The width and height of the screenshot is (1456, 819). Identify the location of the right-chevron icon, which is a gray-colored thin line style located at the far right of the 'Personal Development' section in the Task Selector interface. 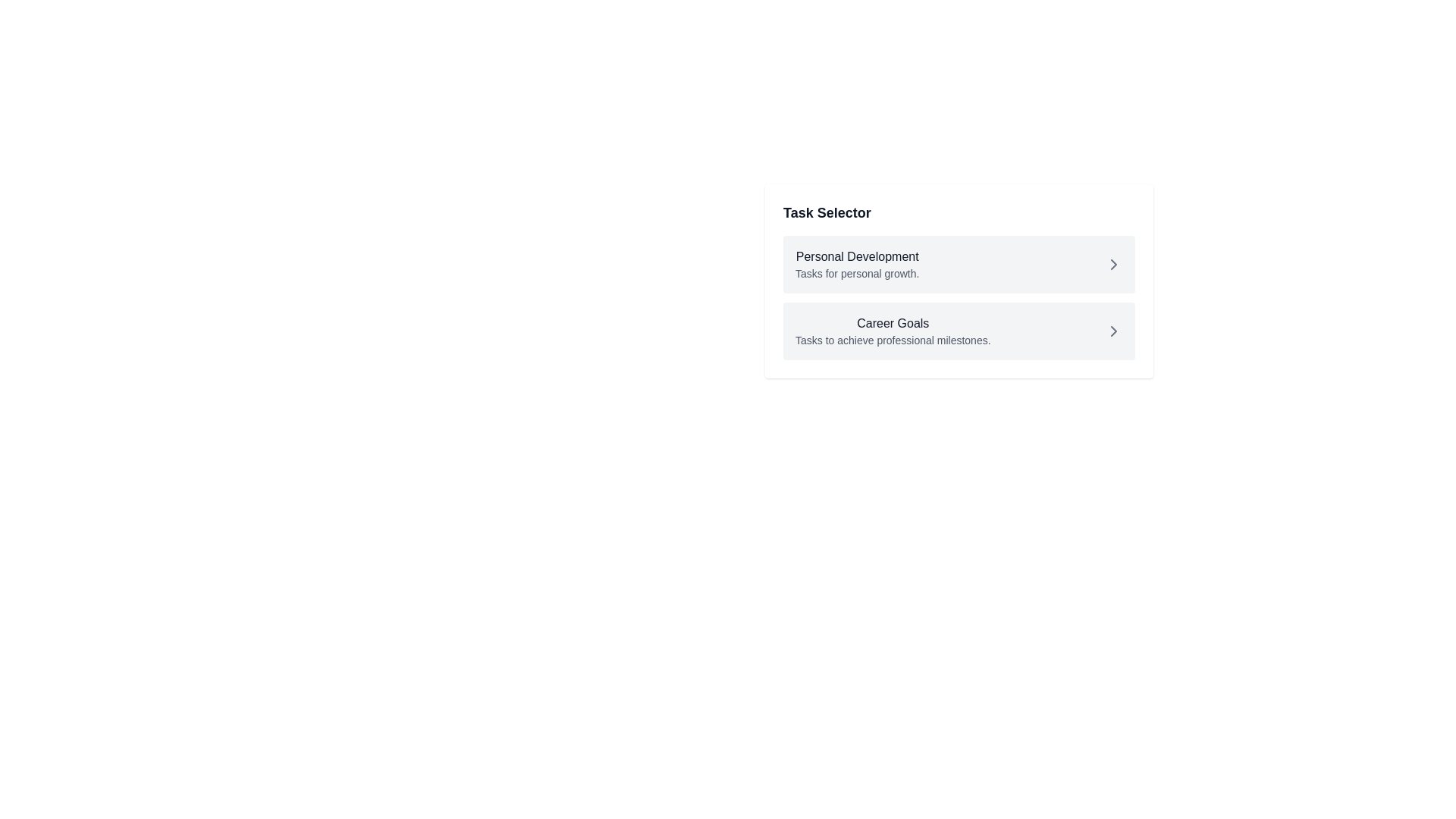
(1113, 263).